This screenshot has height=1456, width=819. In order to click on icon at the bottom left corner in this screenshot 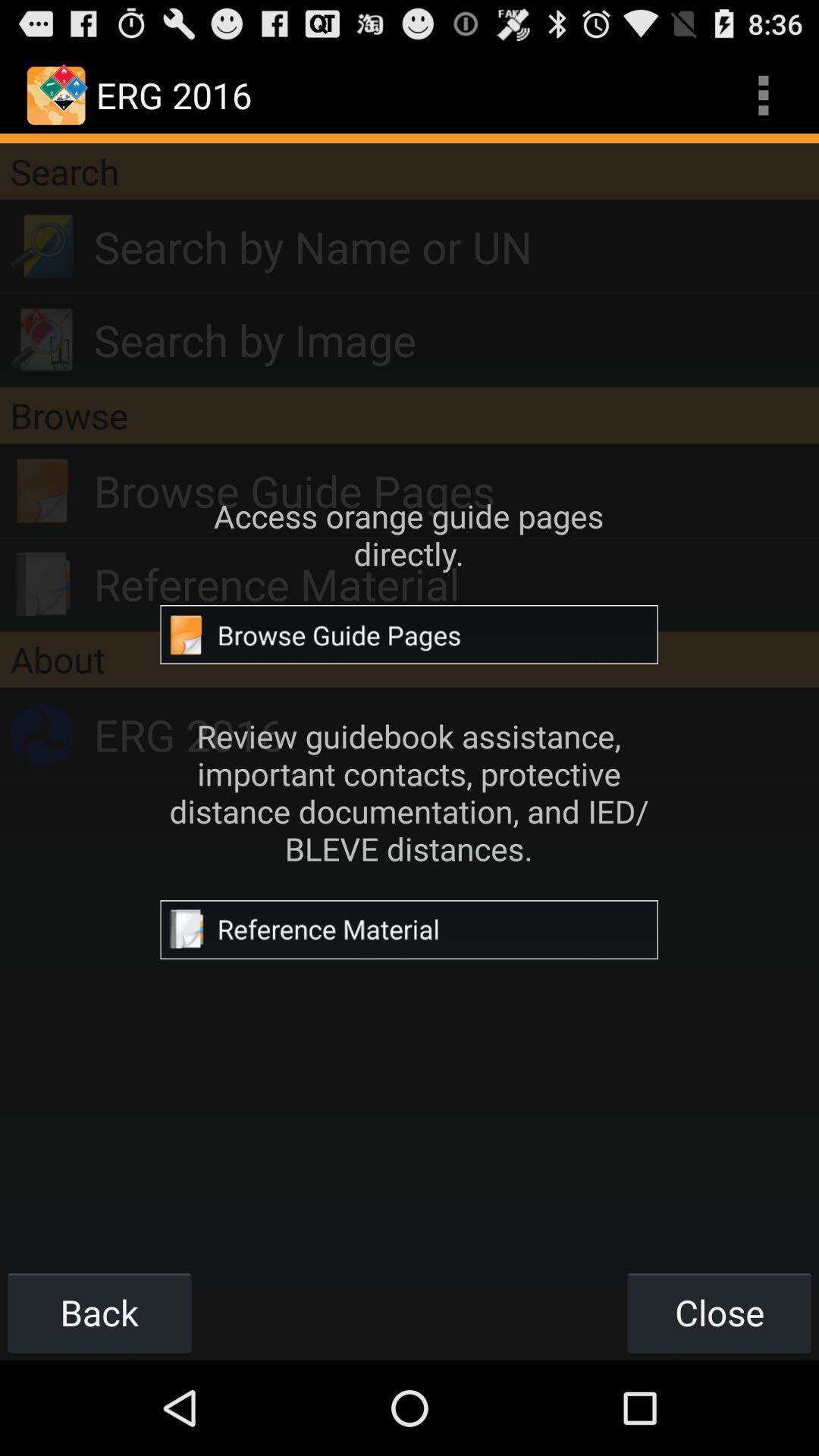, I will do `click(99, 1312)`.